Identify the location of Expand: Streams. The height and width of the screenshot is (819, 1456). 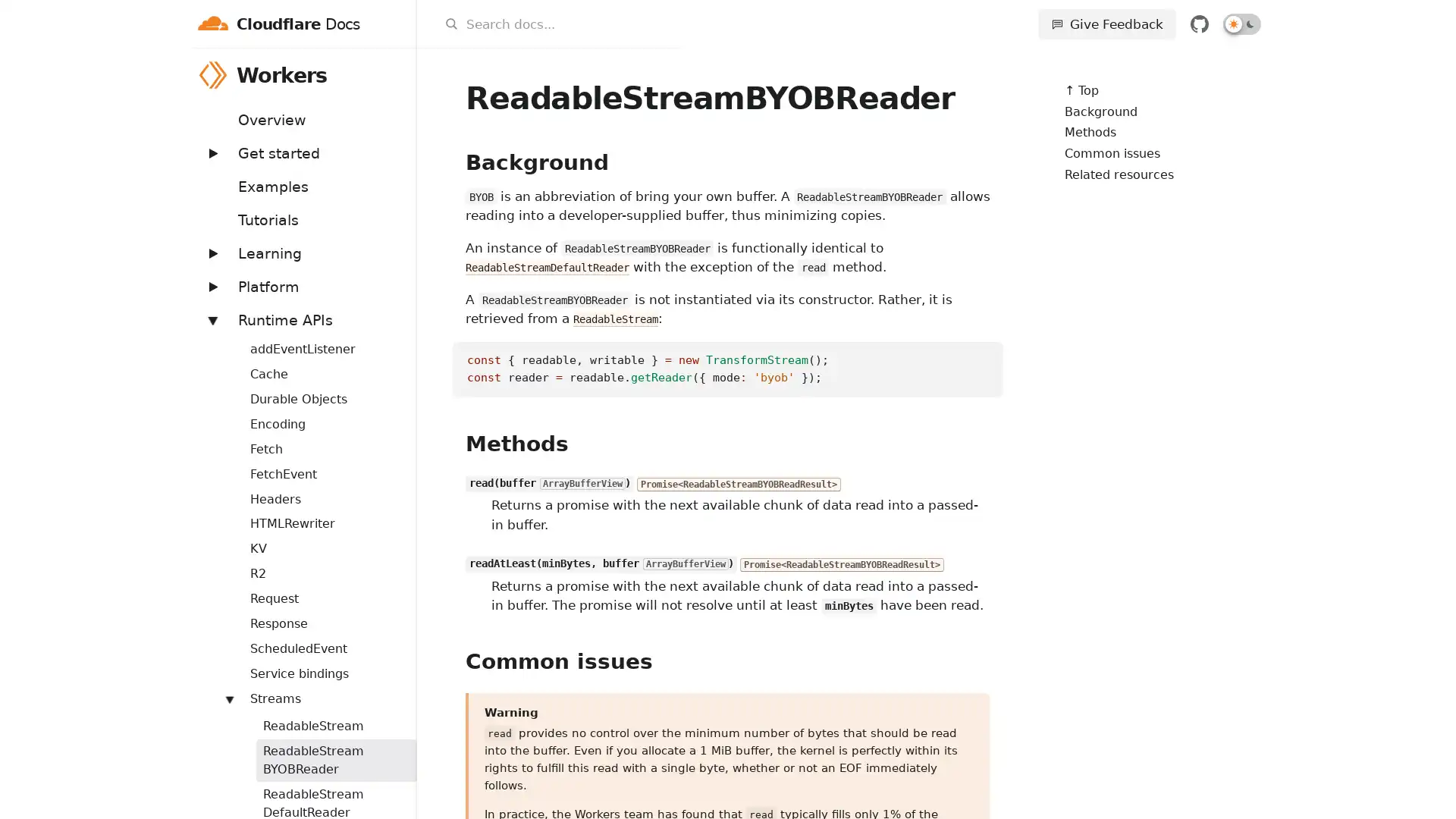
(228, 698).